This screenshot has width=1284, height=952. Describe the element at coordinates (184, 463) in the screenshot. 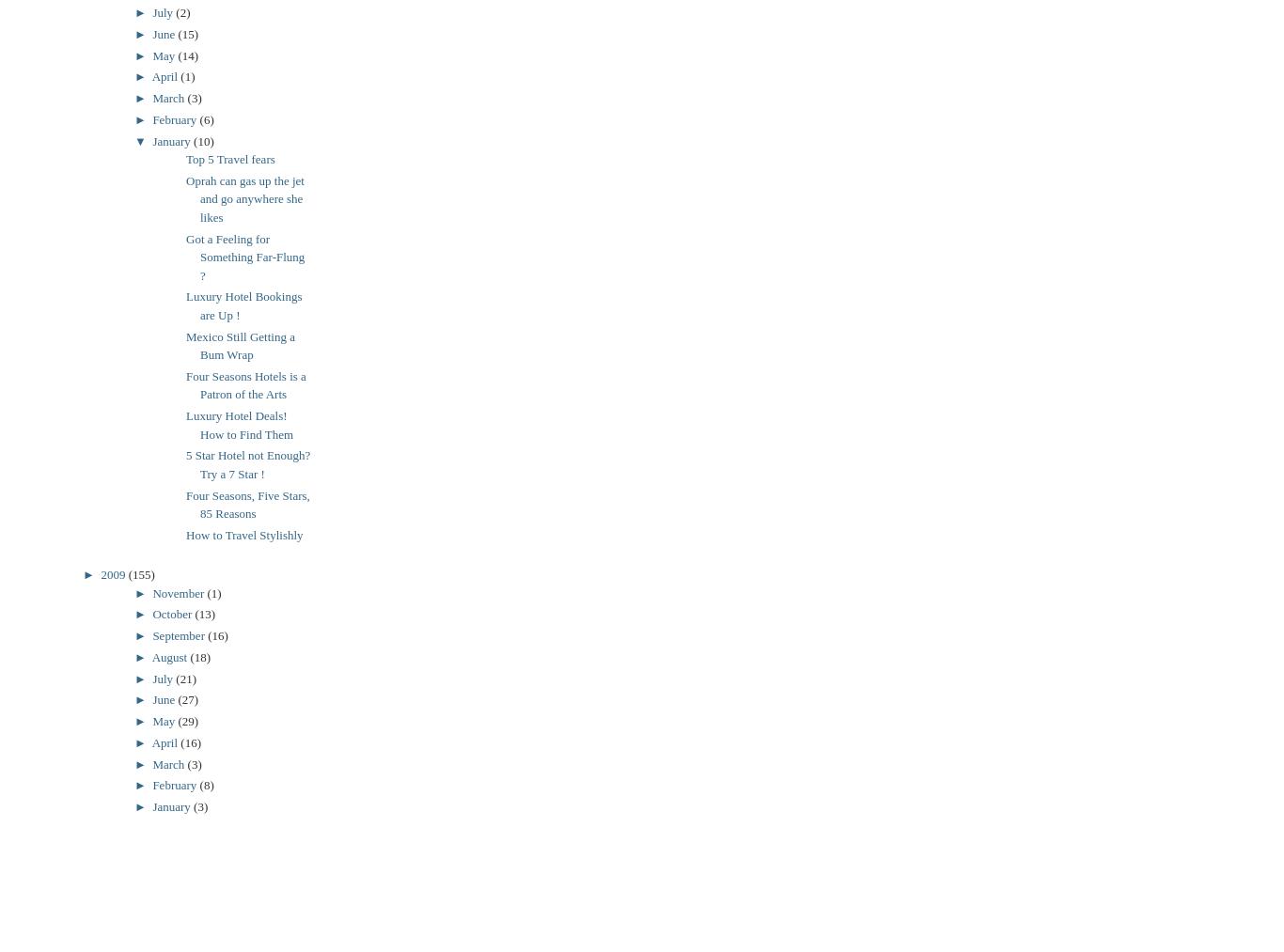

I see `'5 Star Hotel not Enough? Try a 7 Star !'` at that location.